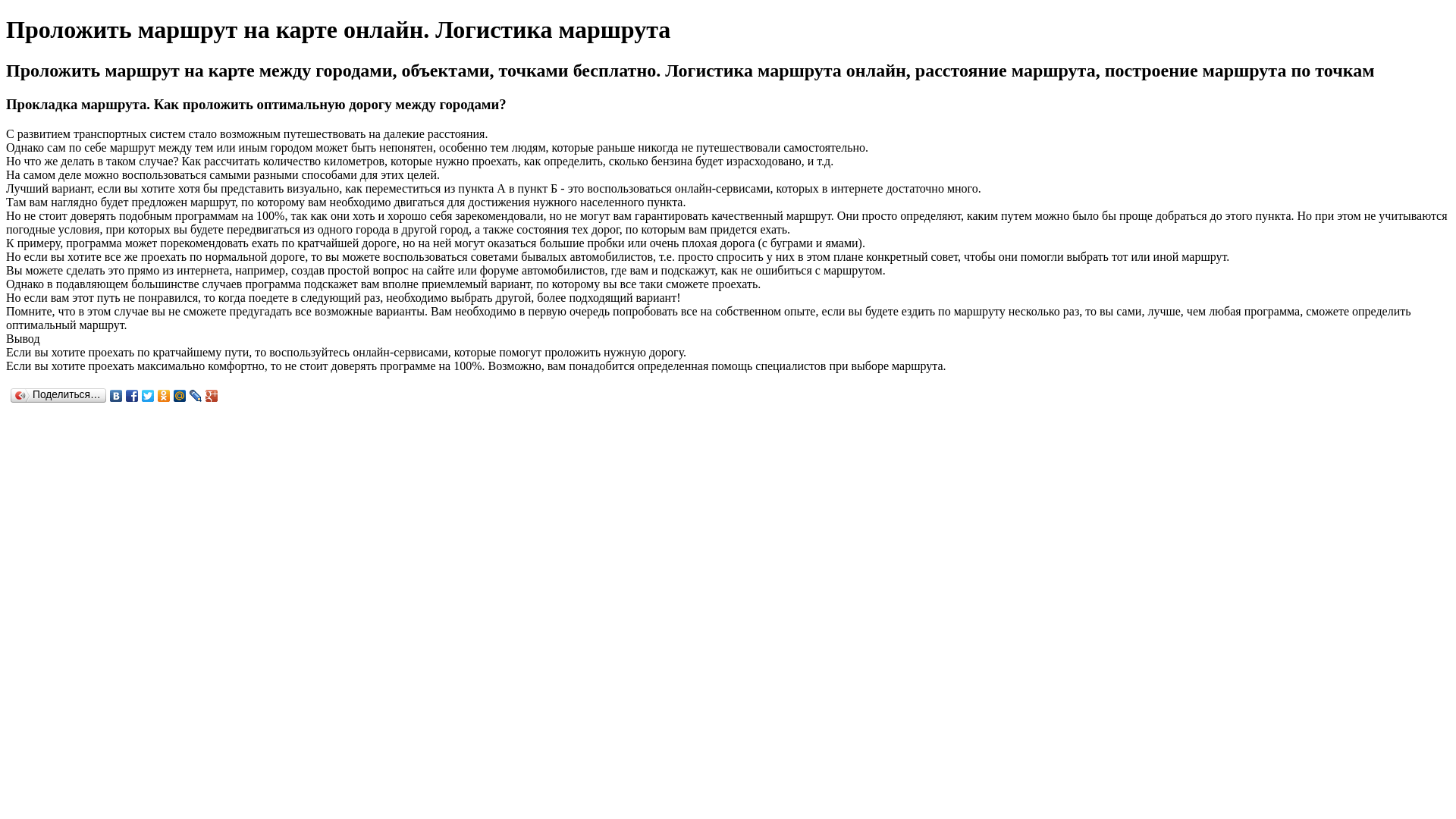  I want to click on 'LiveJournal', so click(195, 394).